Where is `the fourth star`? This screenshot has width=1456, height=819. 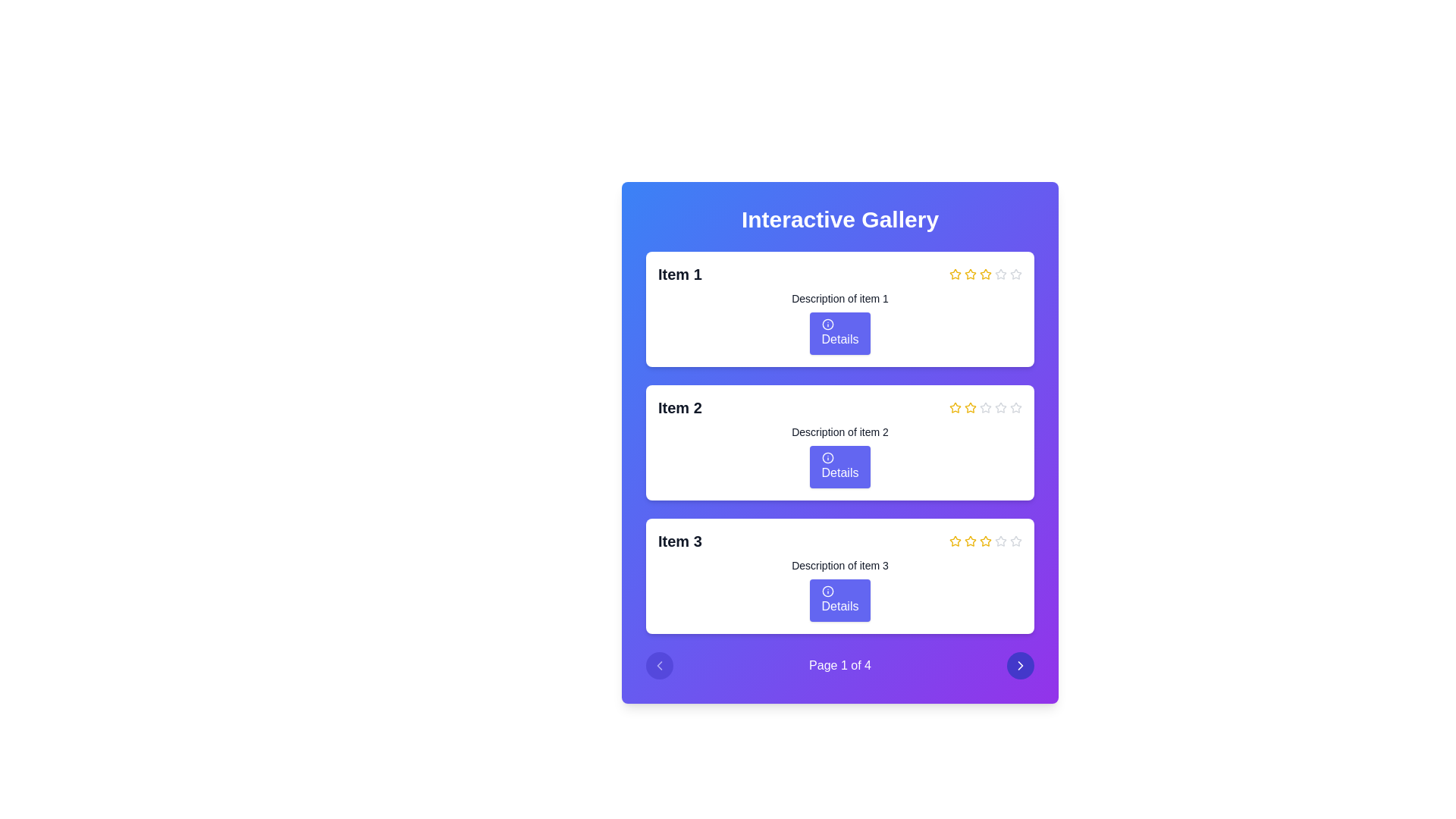 the fourth star is located at coordinates (986, 406).